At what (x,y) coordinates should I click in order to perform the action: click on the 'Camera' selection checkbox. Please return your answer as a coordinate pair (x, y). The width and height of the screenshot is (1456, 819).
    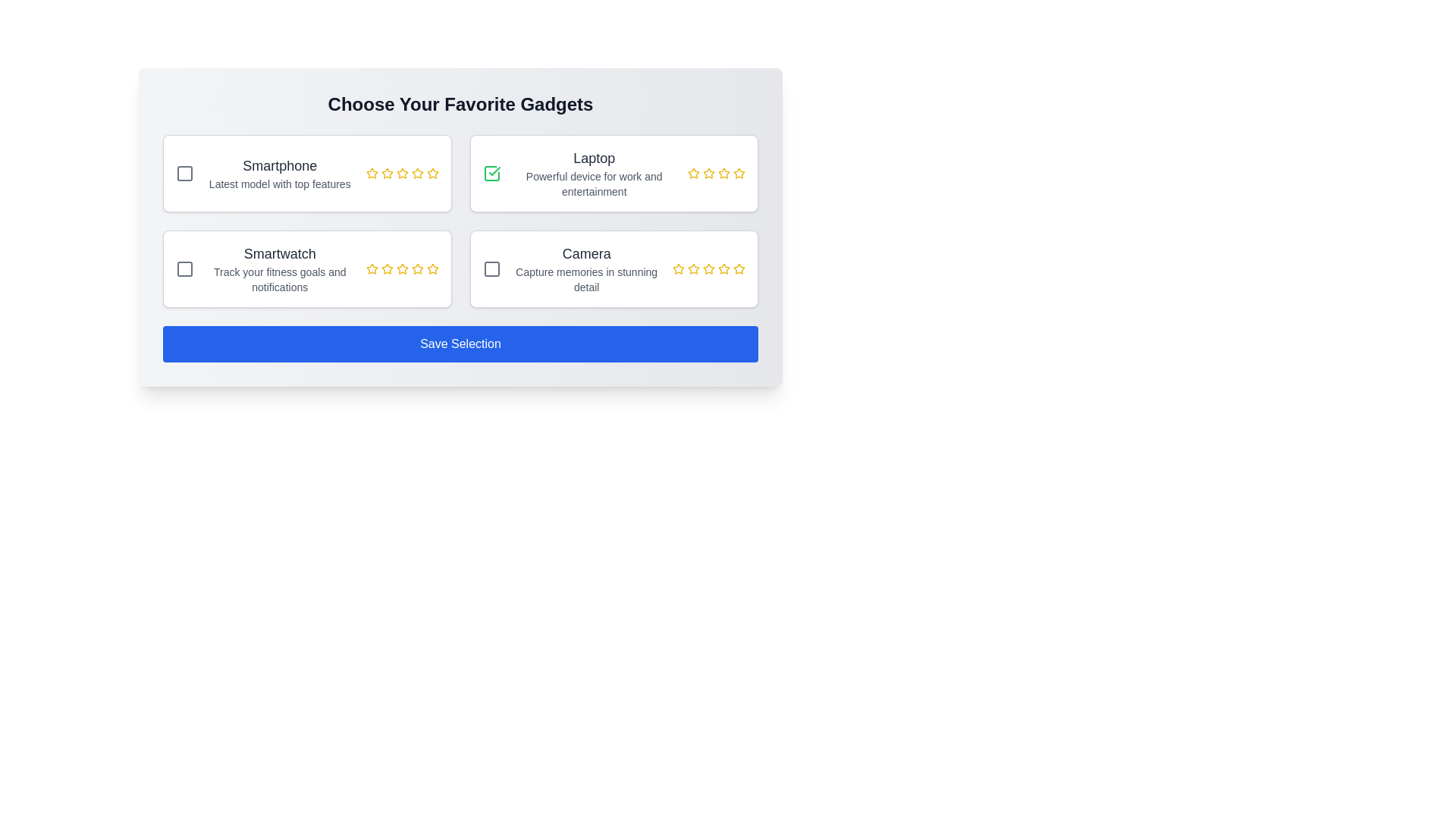
    Looking at the image, I should click on (491, 268).